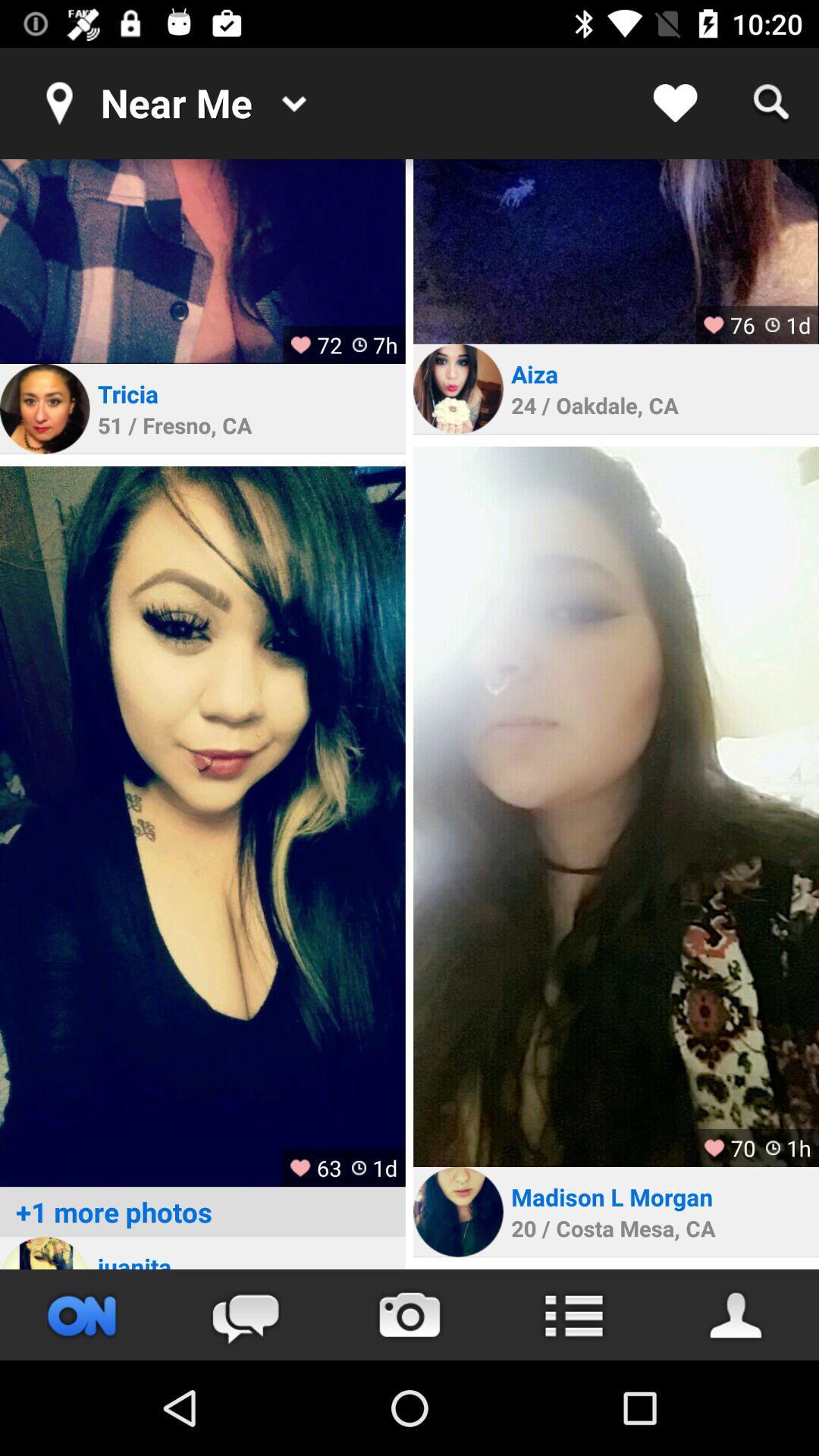 The width and height of the screenshot is (819, 1456). I want to click on personal link, so click(457, 389).